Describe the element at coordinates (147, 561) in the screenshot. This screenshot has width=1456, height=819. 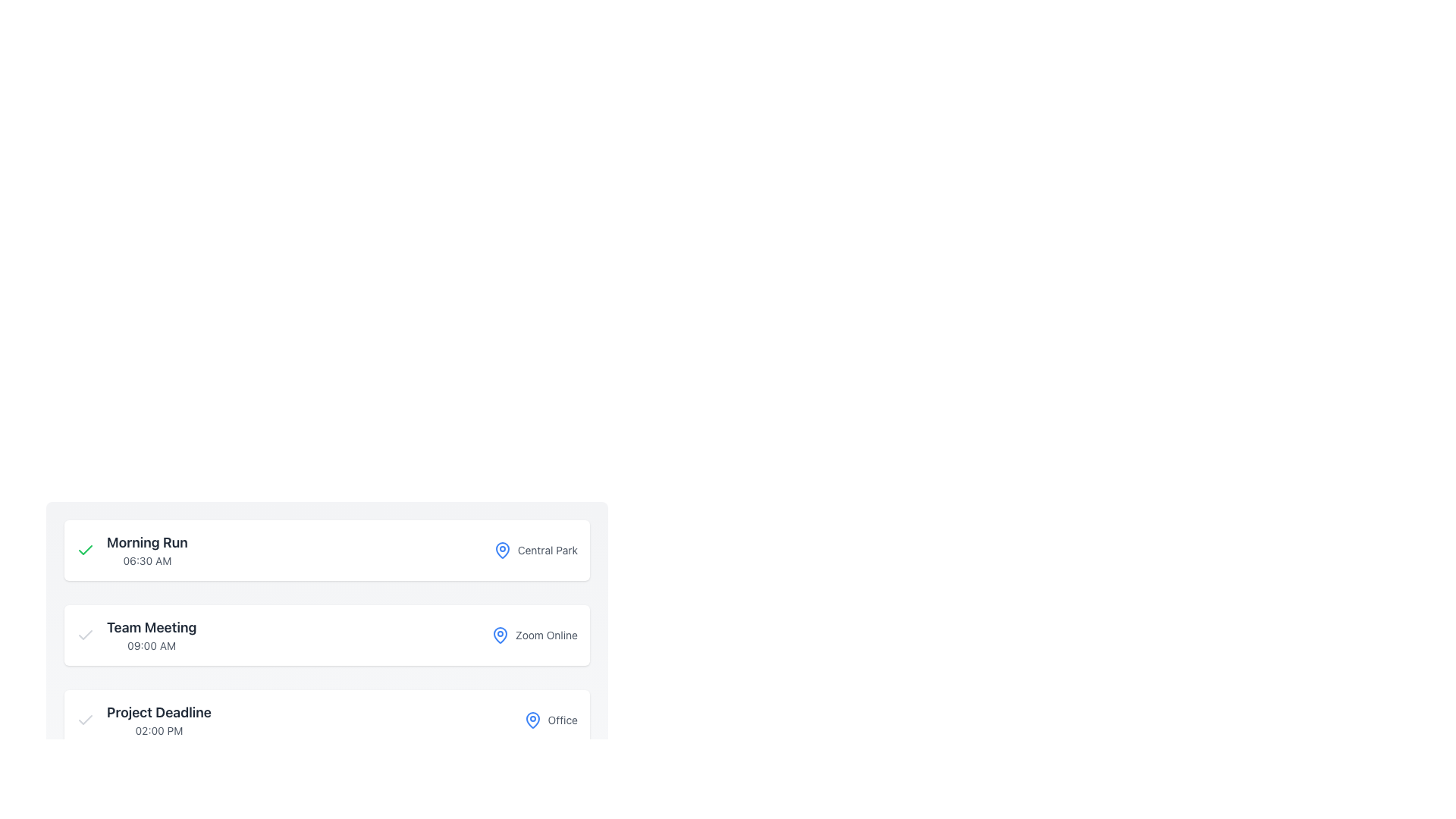
I see `the text label that displays '06:30 AM', which is styled in a small, light gray font and located slightly below the label 'Morning Run'` at that location.